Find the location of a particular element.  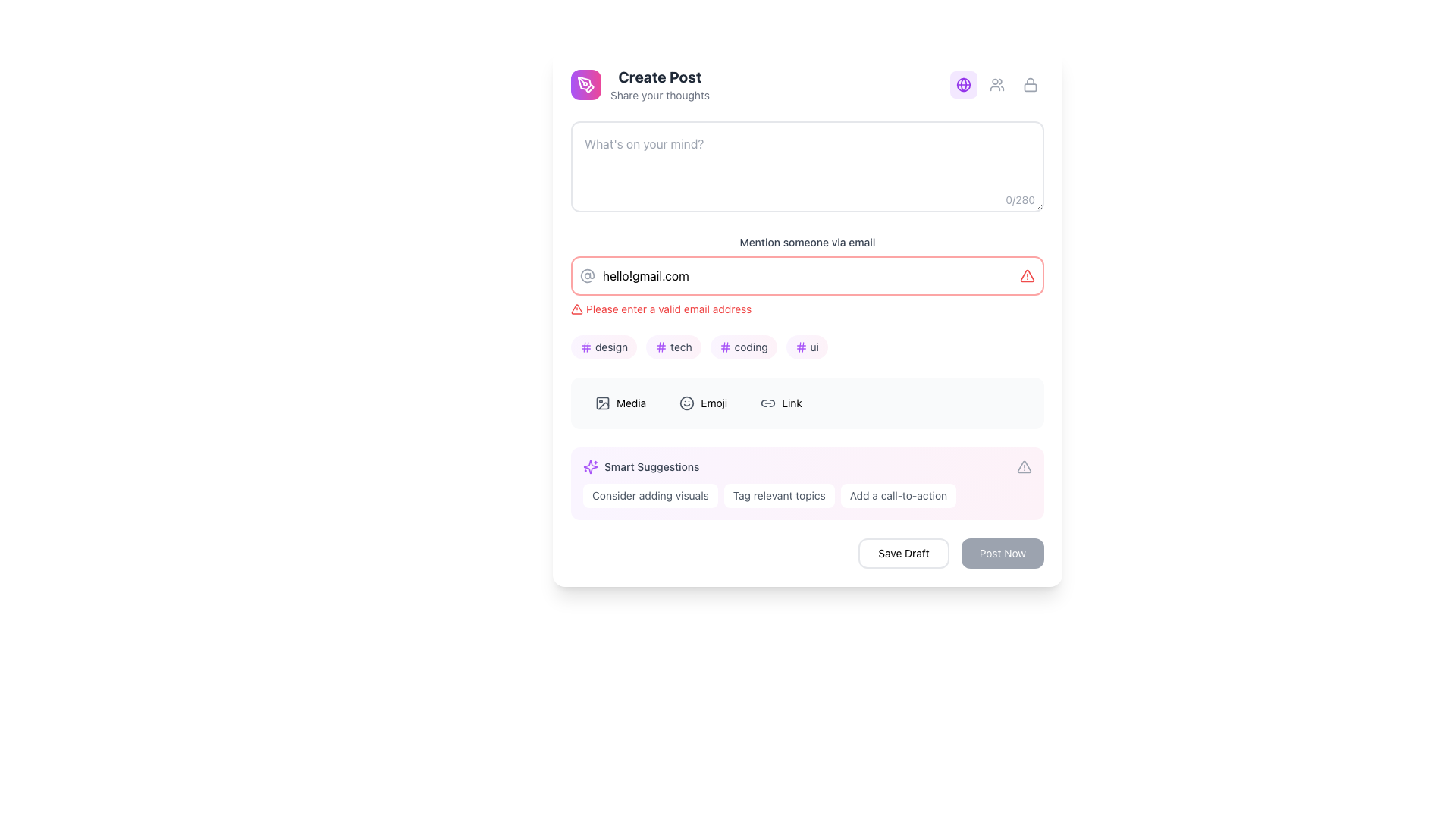

the decorative icon associated with the 'tech' label is located at coordinates (661, 347).